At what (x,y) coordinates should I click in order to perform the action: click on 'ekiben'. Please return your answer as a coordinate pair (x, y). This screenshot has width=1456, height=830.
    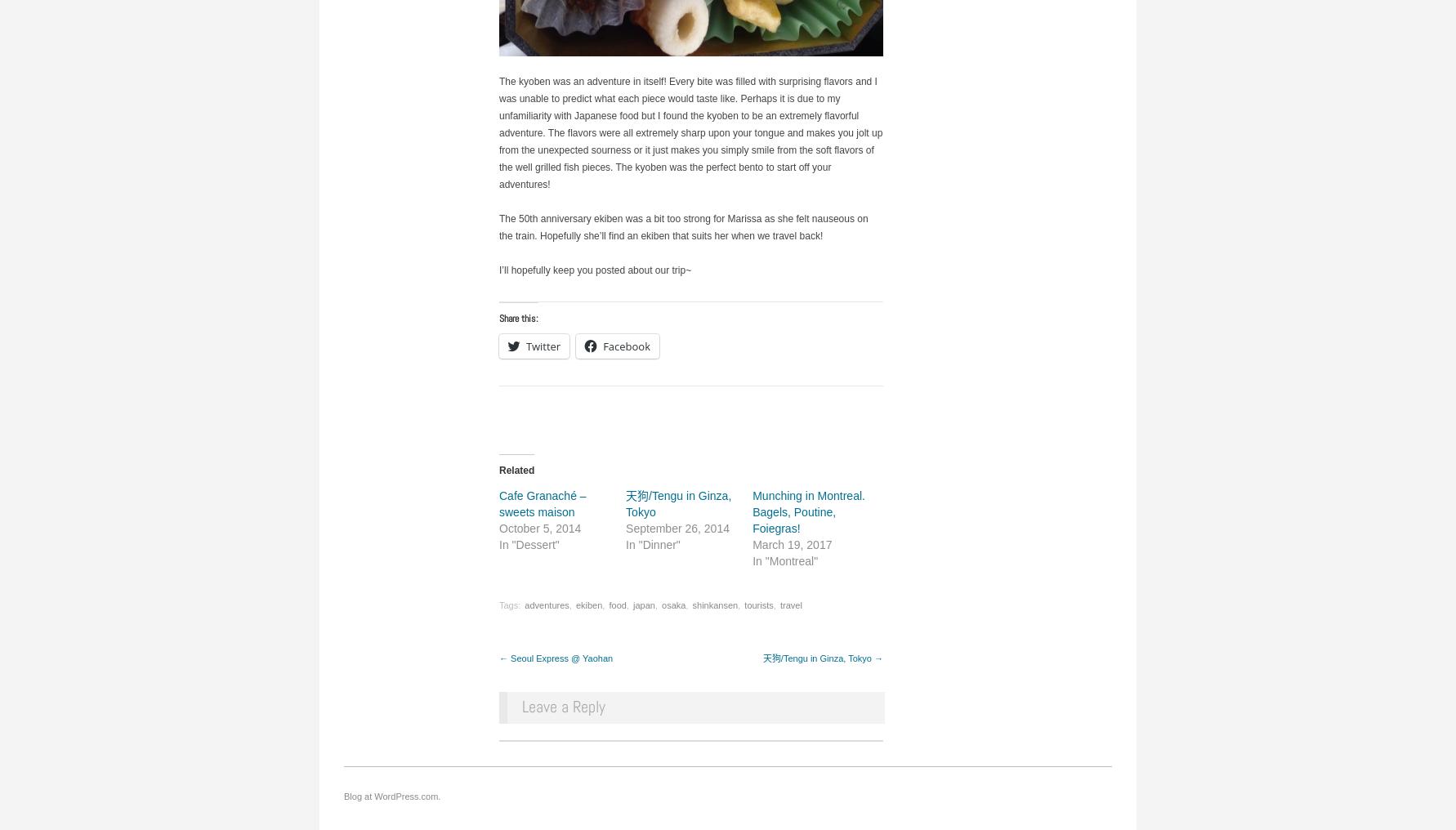
    Looking at the image, I should click on (588, 604).